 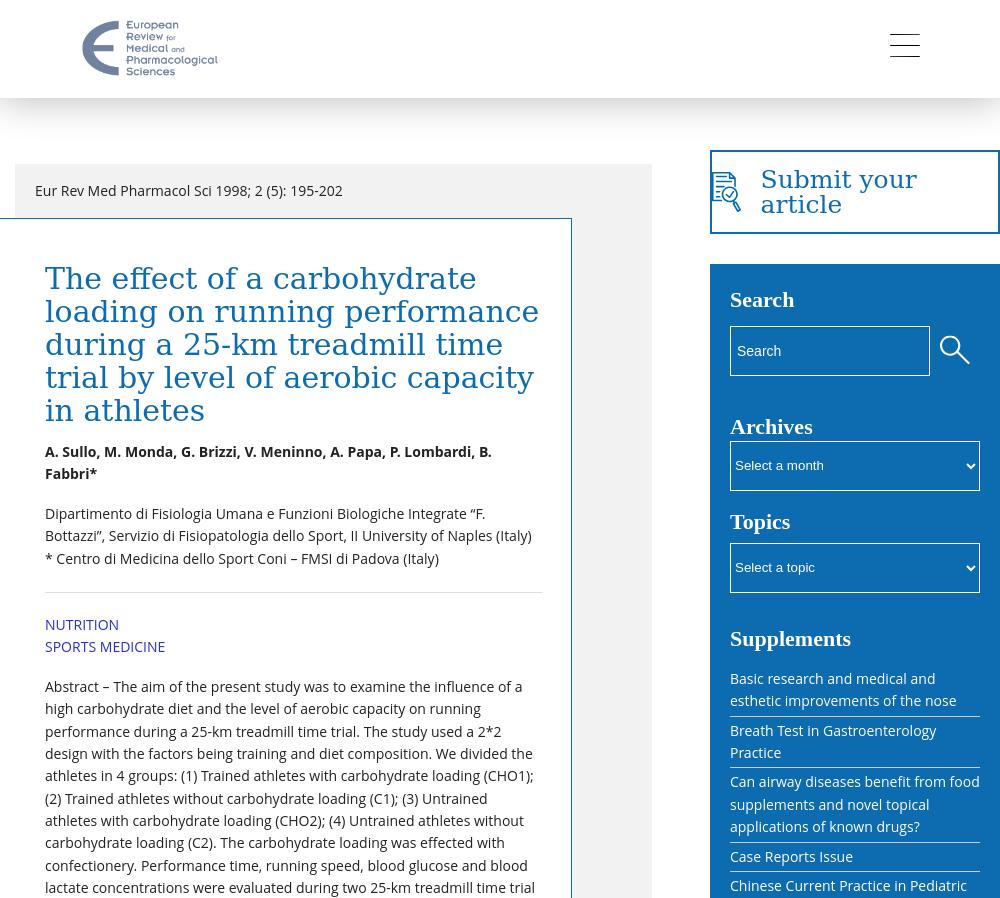 I want to click on '* Centro di Medicina dello Sport Coni – FMSI di Padova (Italy)', so click(x=240, y=556).